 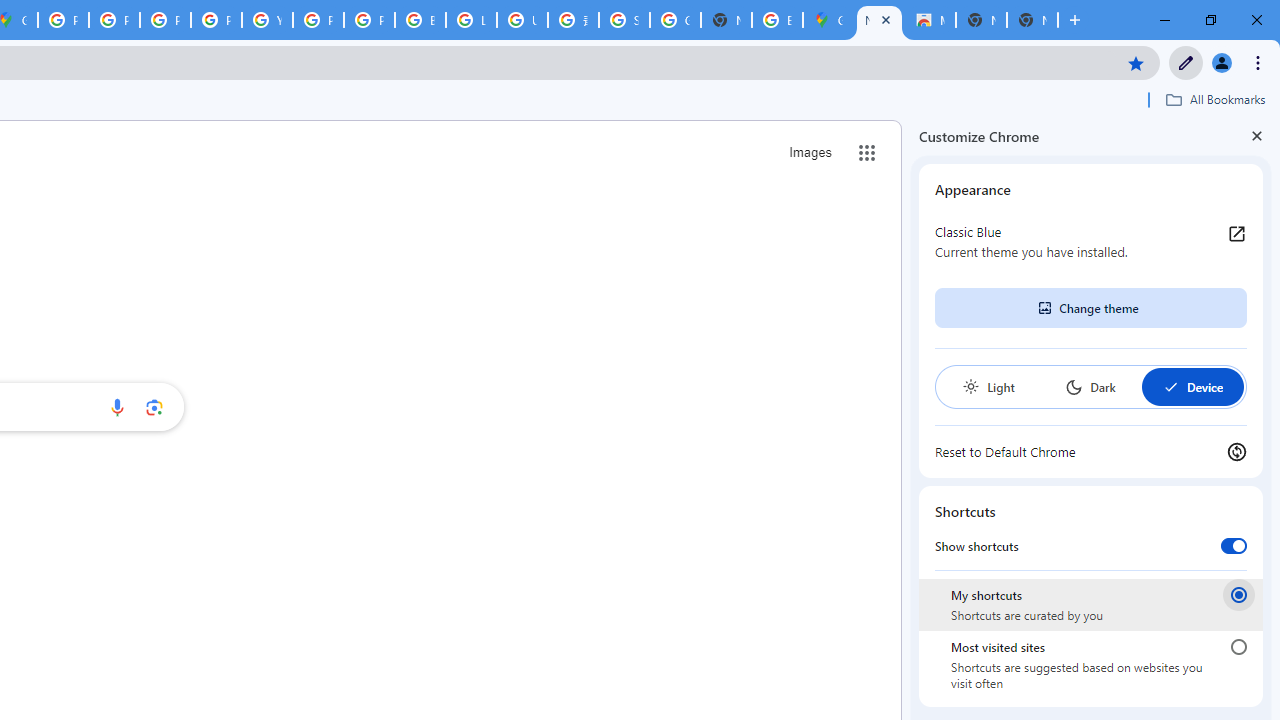 What do you see at coordinates (775, 20) in the screenshot?
I see `'Explore new street-level details - Google Maps Help'` at bounding box center [775, 20].